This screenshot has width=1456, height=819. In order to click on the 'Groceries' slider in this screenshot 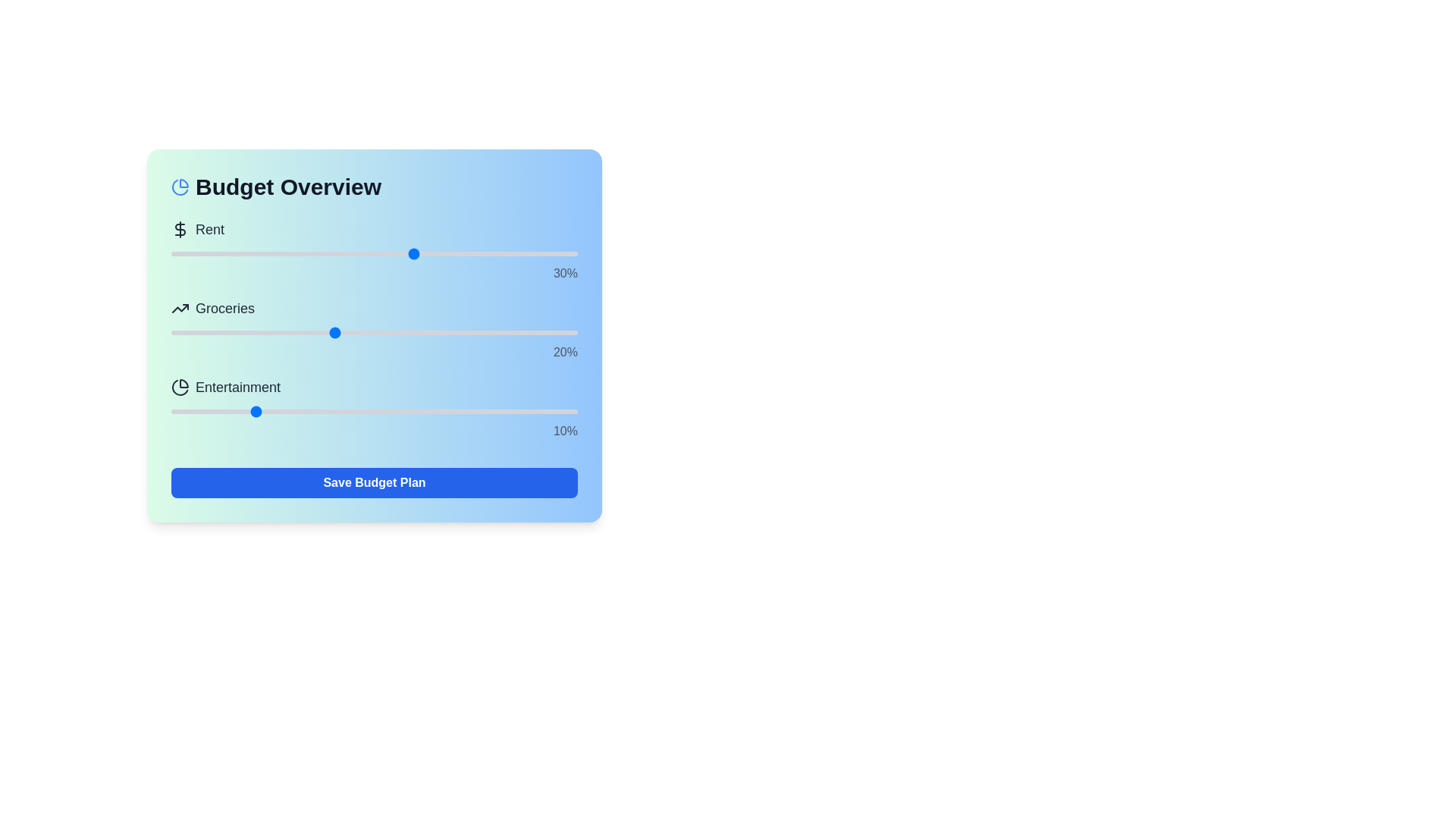, I will do `click(423, 332)`.